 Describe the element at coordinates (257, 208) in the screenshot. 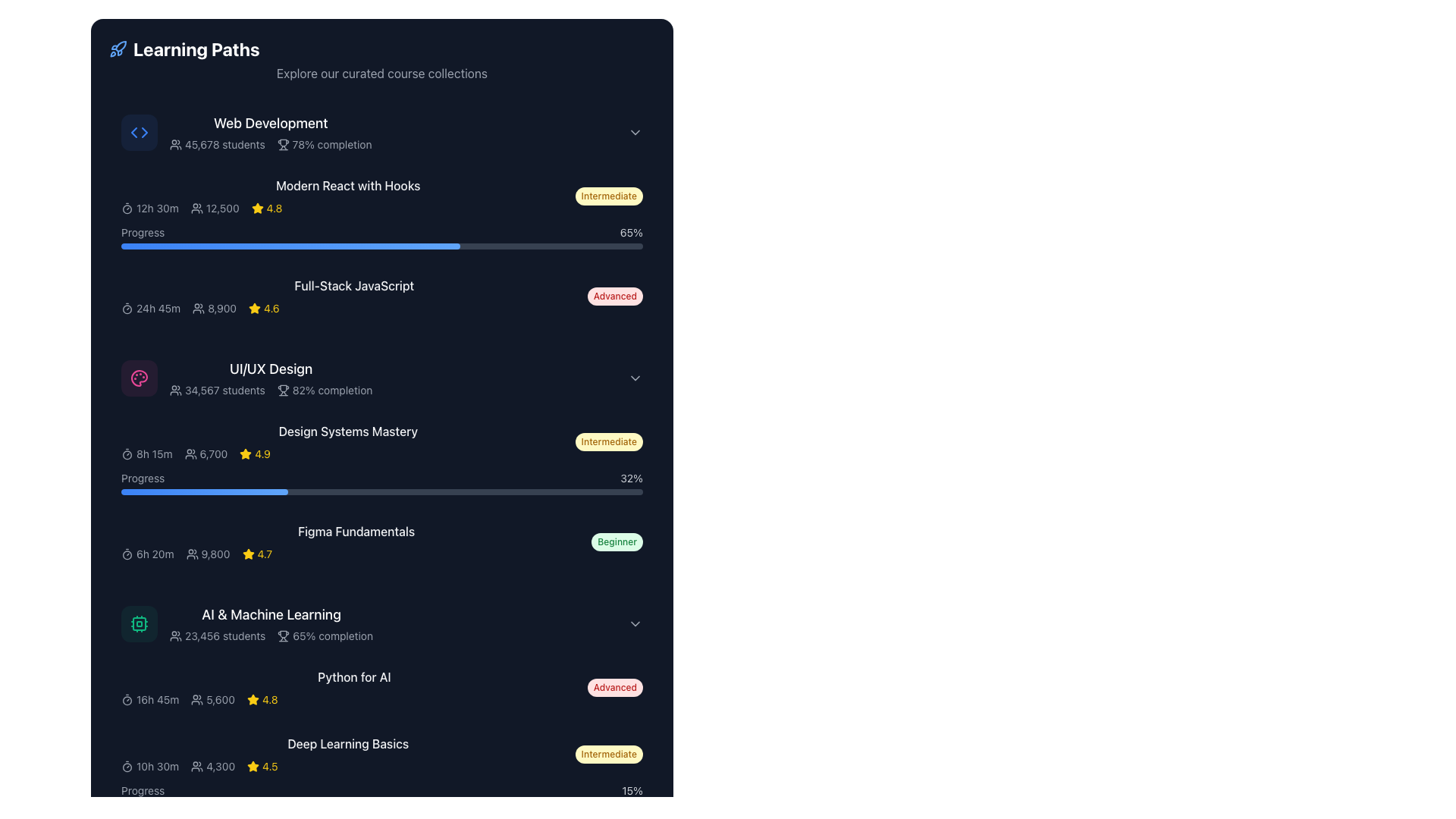

I see `the vibrant yellow star icon located to the left of the numeric rating '4.8' in the 'Modern React with Hooks' section` at that location.